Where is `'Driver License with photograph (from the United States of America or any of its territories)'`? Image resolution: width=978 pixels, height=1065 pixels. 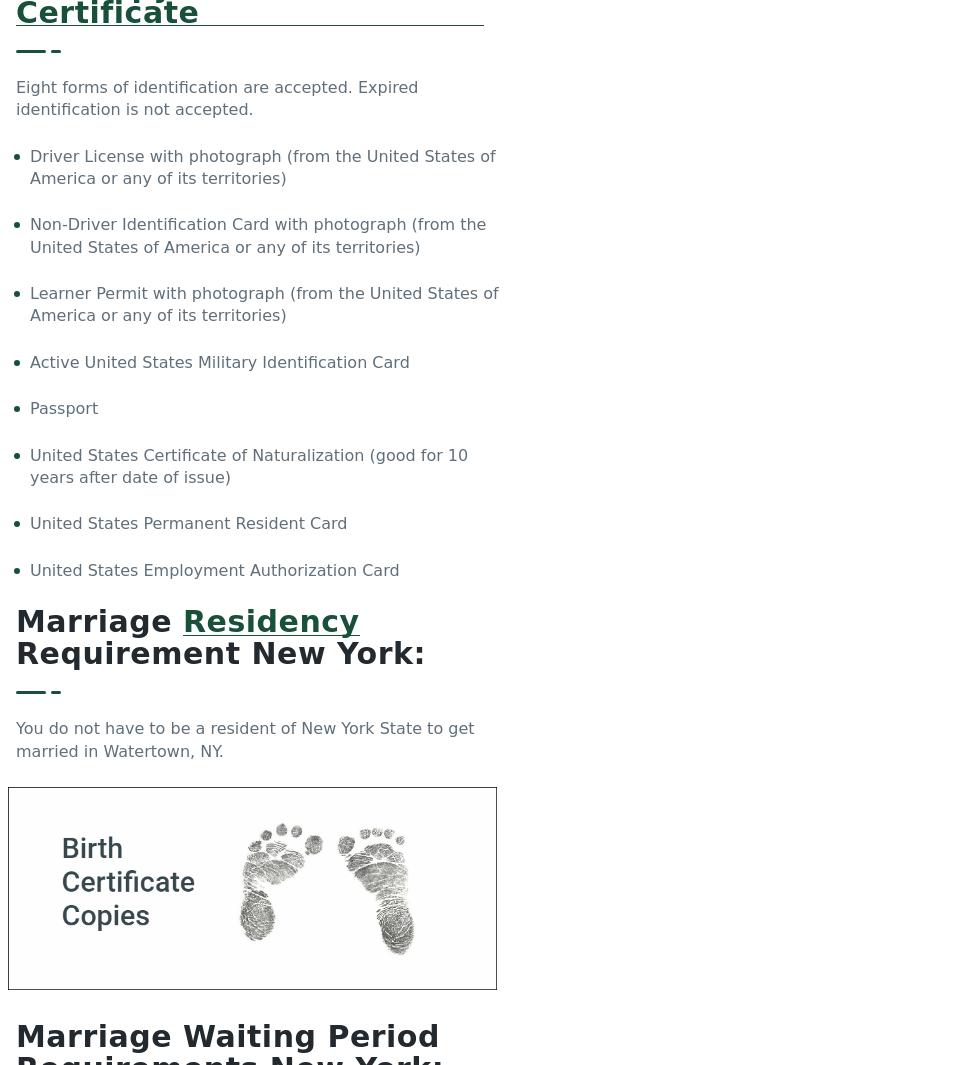 'Driver License with photograph (from the United States of America or any of its territories)' is located at coordinates (261, 165).